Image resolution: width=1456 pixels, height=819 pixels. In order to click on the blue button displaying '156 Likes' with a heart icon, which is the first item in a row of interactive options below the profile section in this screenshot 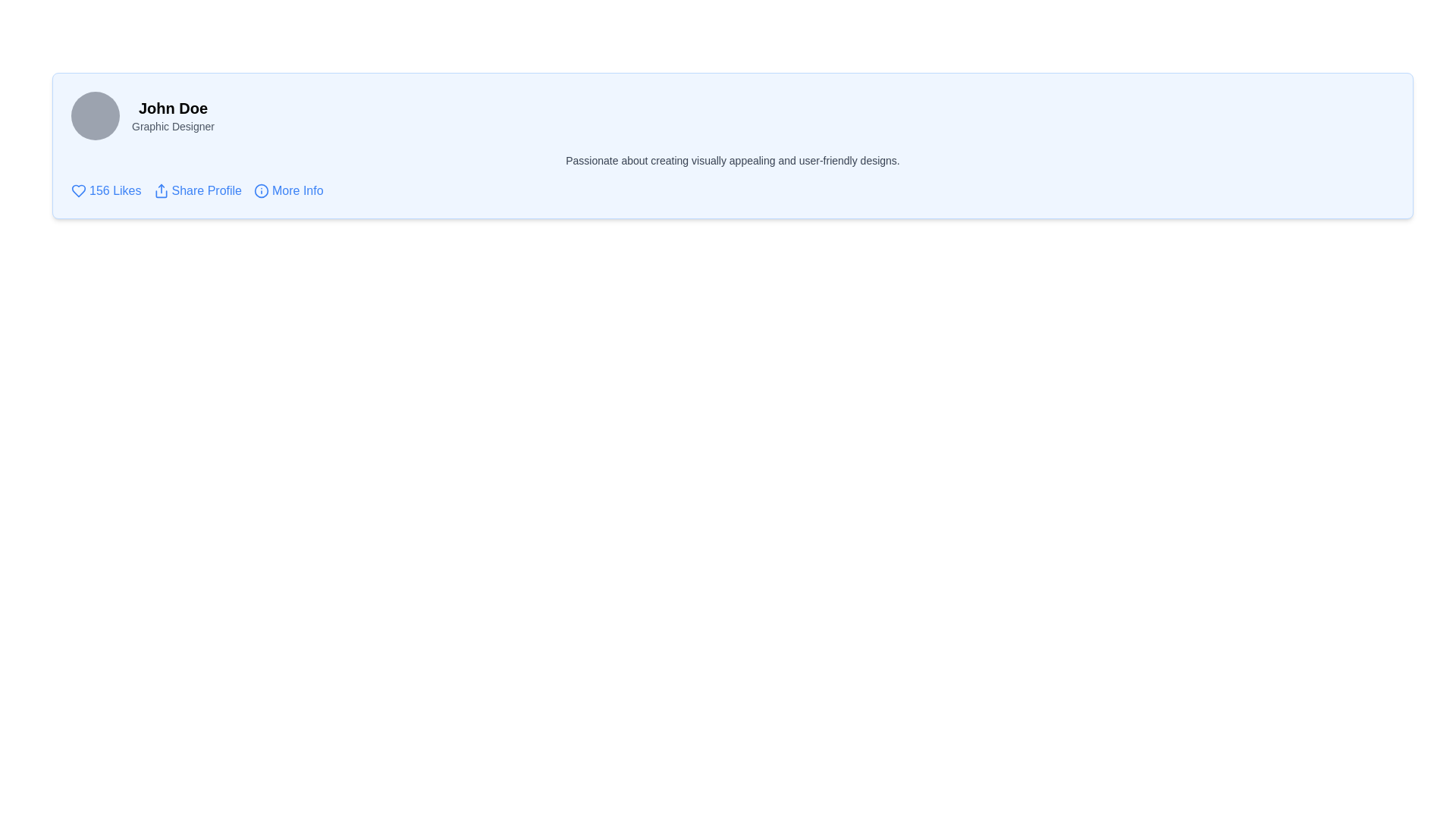, I will do `click(105, 190)`.